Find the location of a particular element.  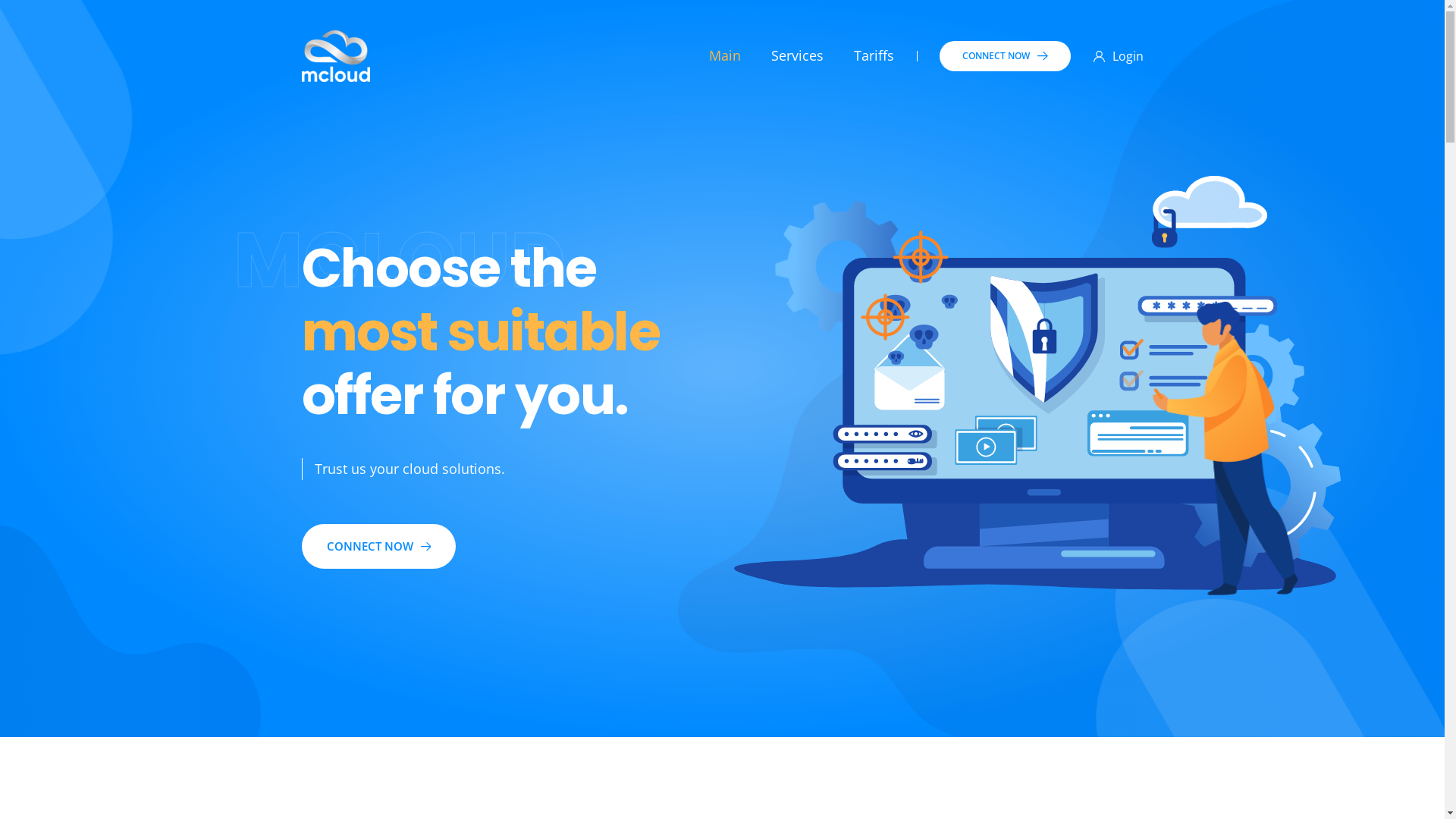

'Main' is located at coordinates (723, 55).